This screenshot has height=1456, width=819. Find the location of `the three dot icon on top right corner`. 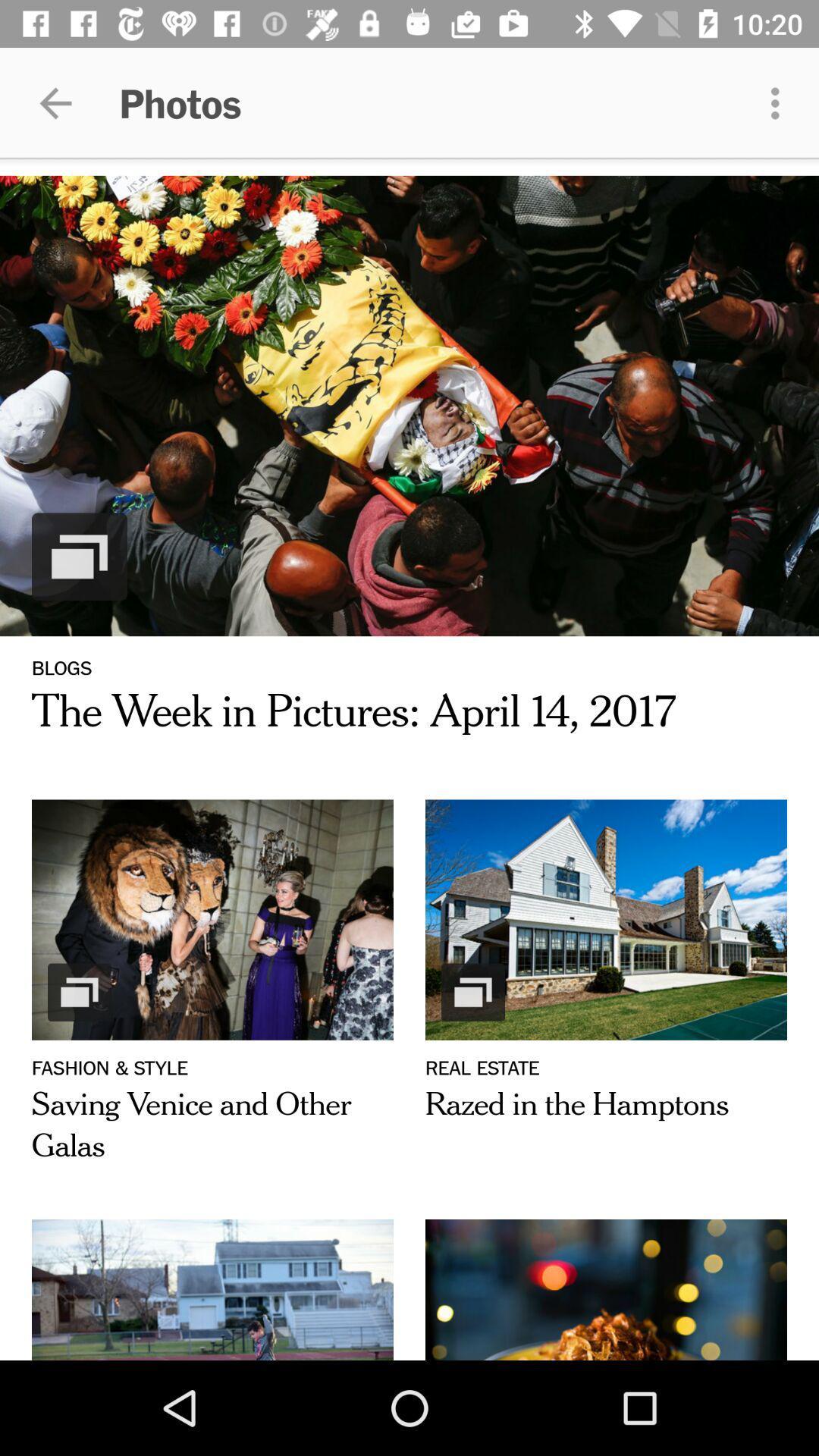

the three dot icon on top right corner is located at coordinates (779, 103).